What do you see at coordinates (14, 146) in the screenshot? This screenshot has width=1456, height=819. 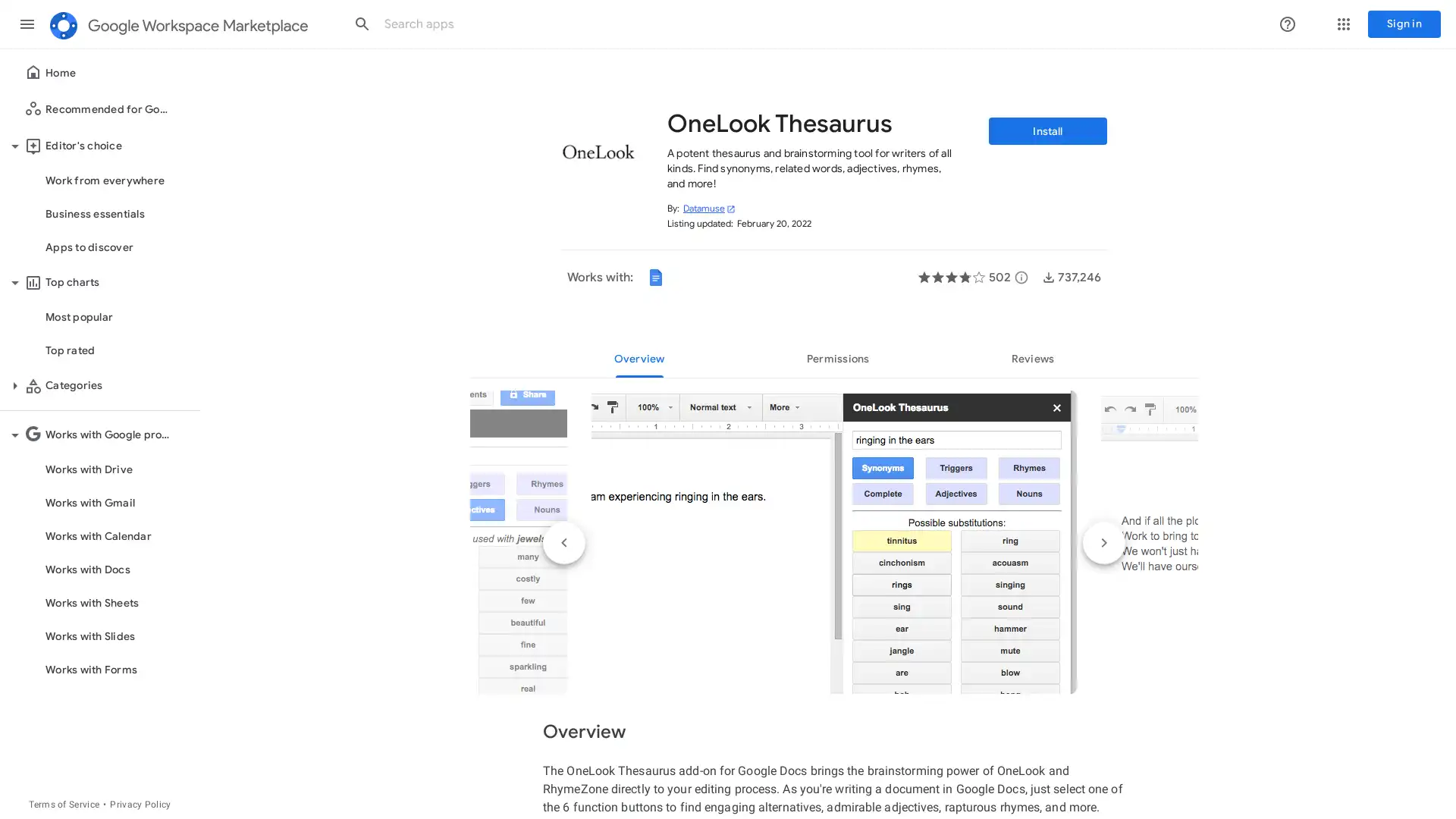 I see `Editor's choice` at bounding box center [14, 146].